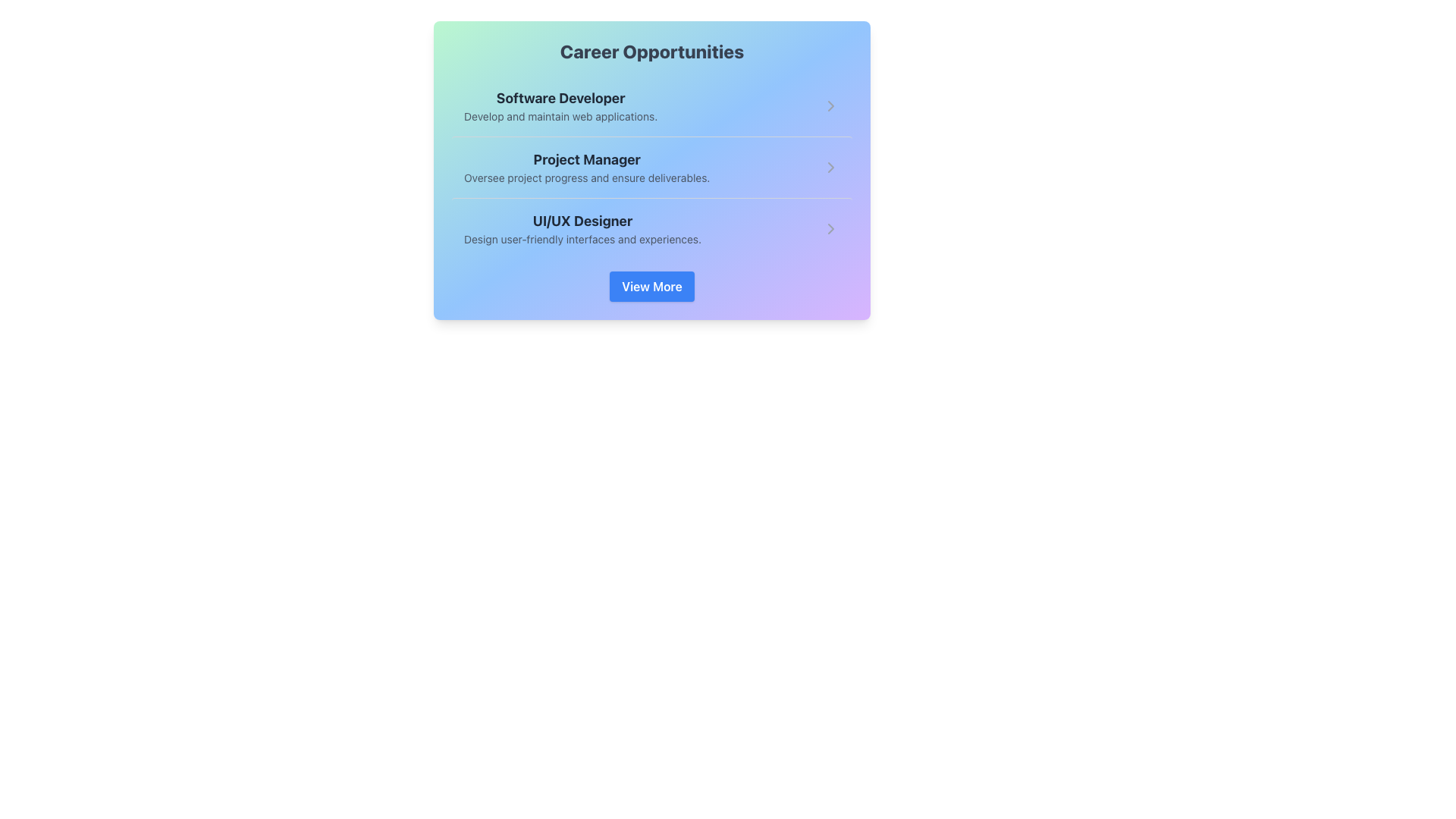 This screenshot has height=819, width=1456. What do you see at coordinates (651, 287) in the screenshot?
I see `the 'View More' button with a blue background located at the bottom of the 'Career Opportunities' panel for keyboard interaction` at bounding box center [651, 287].